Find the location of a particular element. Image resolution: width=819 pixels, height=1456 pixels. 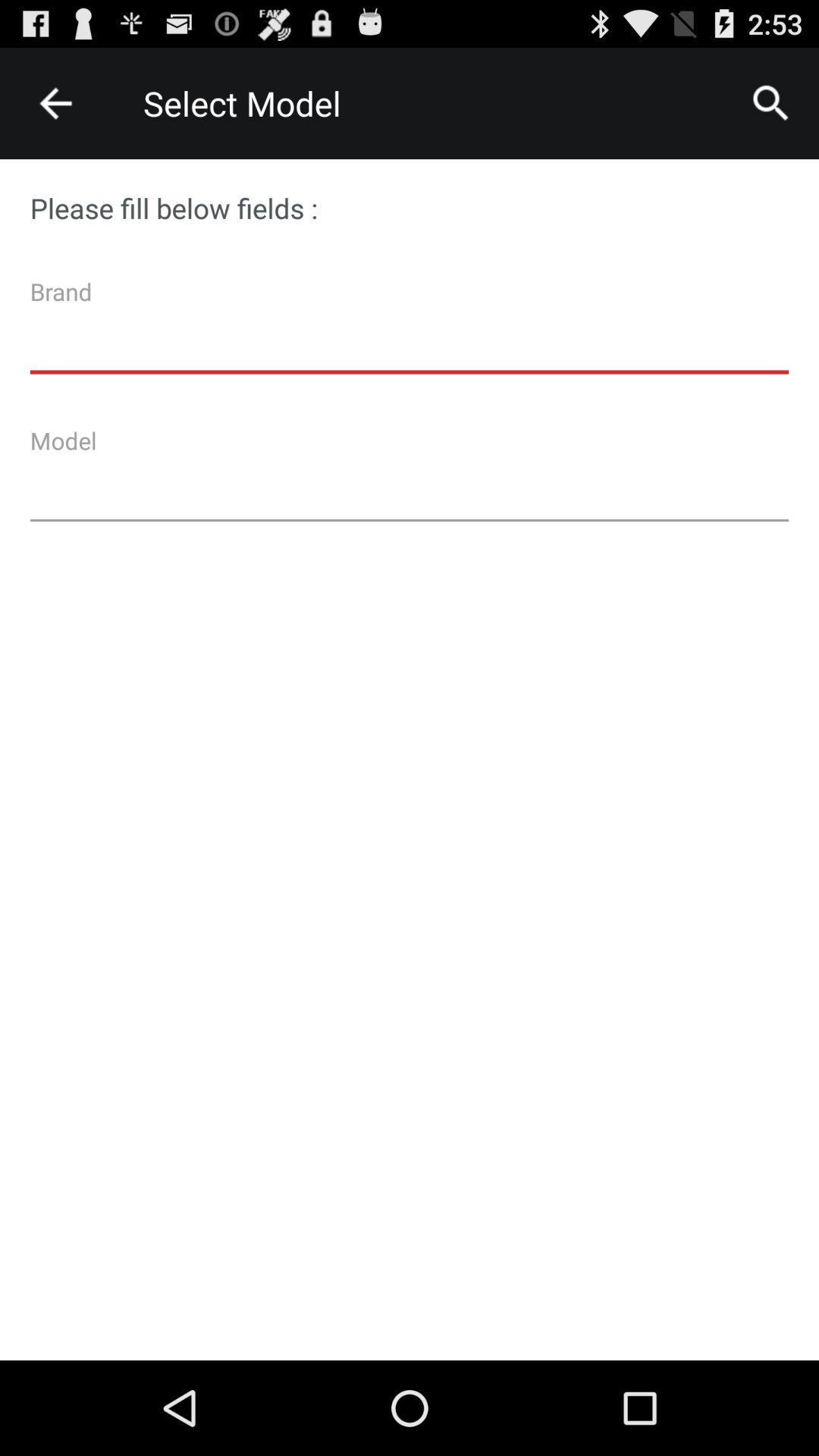

icon next to the select model icon is located at coordinates (771, 102).